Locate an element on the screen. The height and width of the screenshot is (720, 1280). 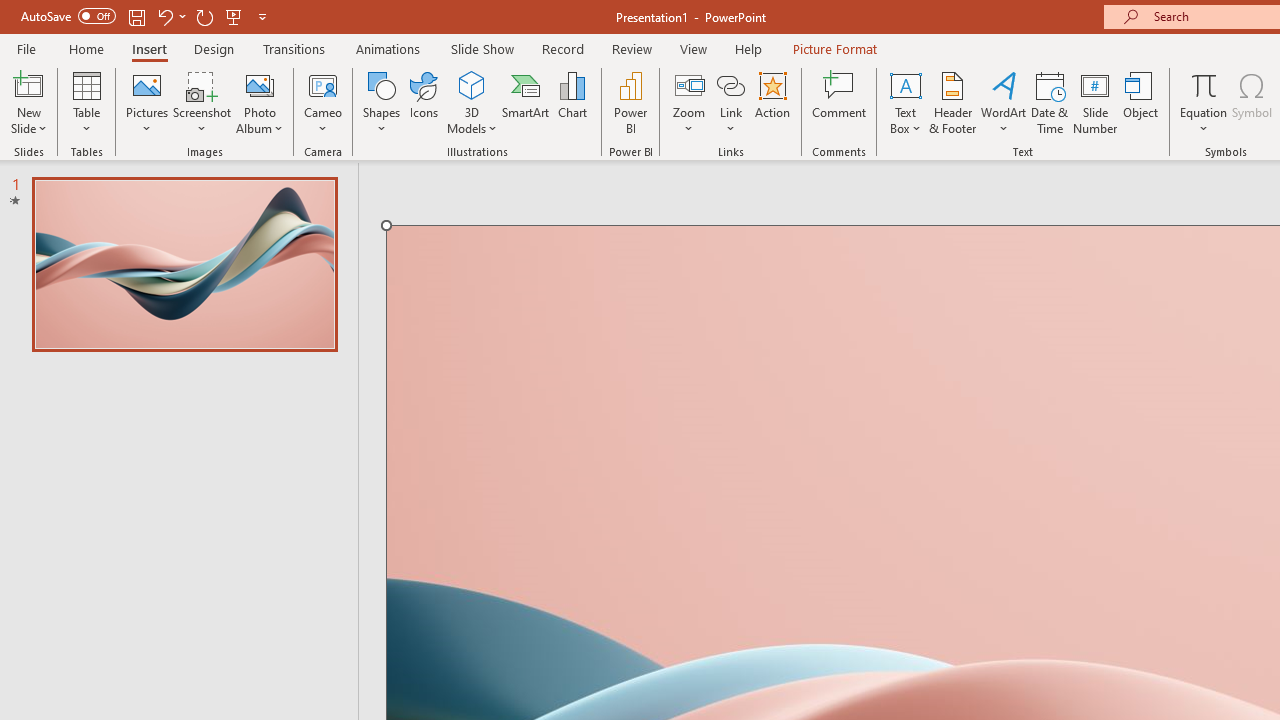
'New Photo Album...' is located at coordinates (258, 84).